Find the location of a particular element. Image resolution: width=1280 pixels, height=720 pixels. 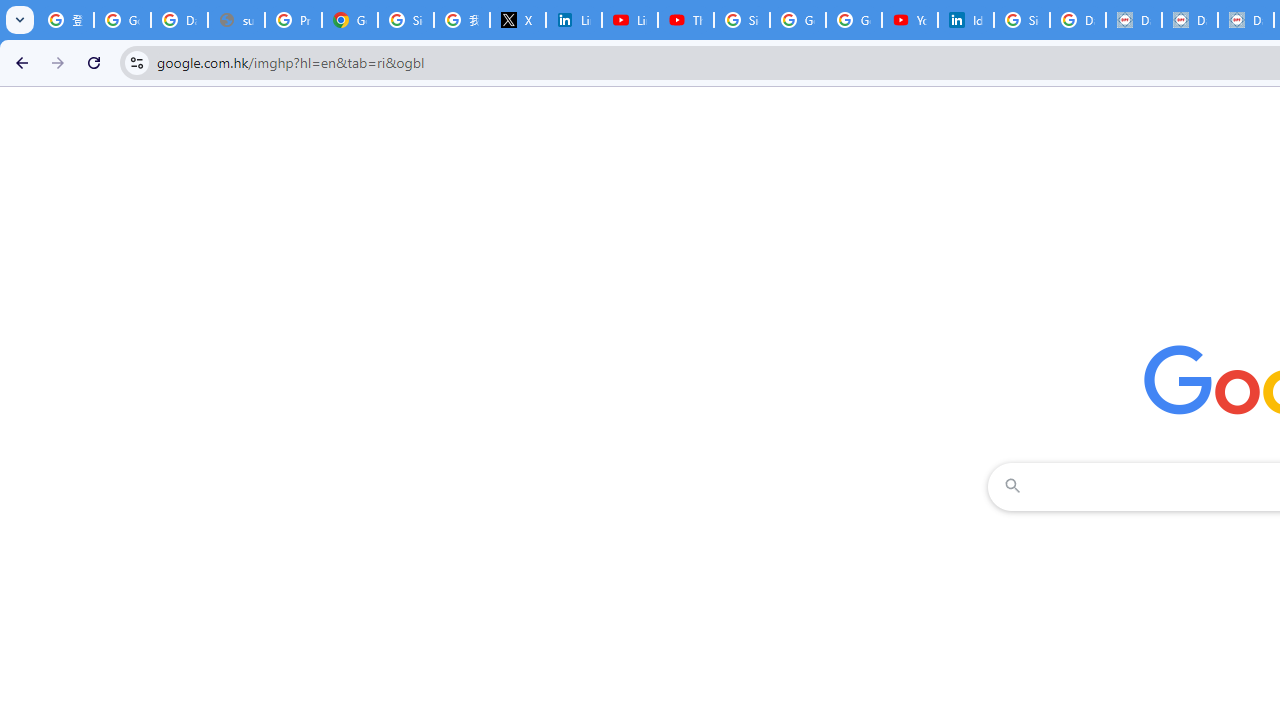

'support.google.com - Network error' is located at coordinates (236, 20).